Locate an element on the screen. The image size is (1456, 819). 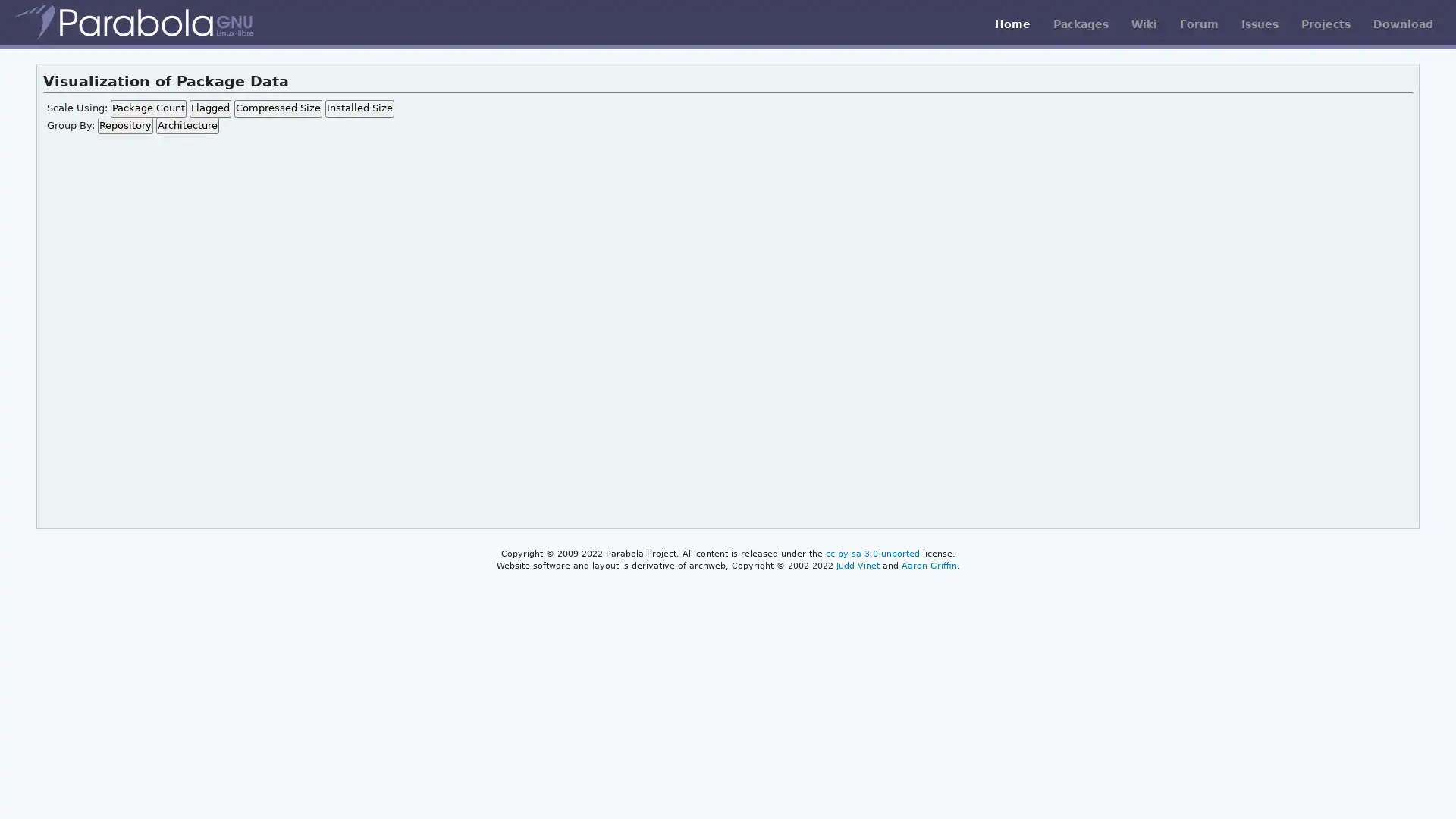
Package Count is located at coordinates (148, 107).